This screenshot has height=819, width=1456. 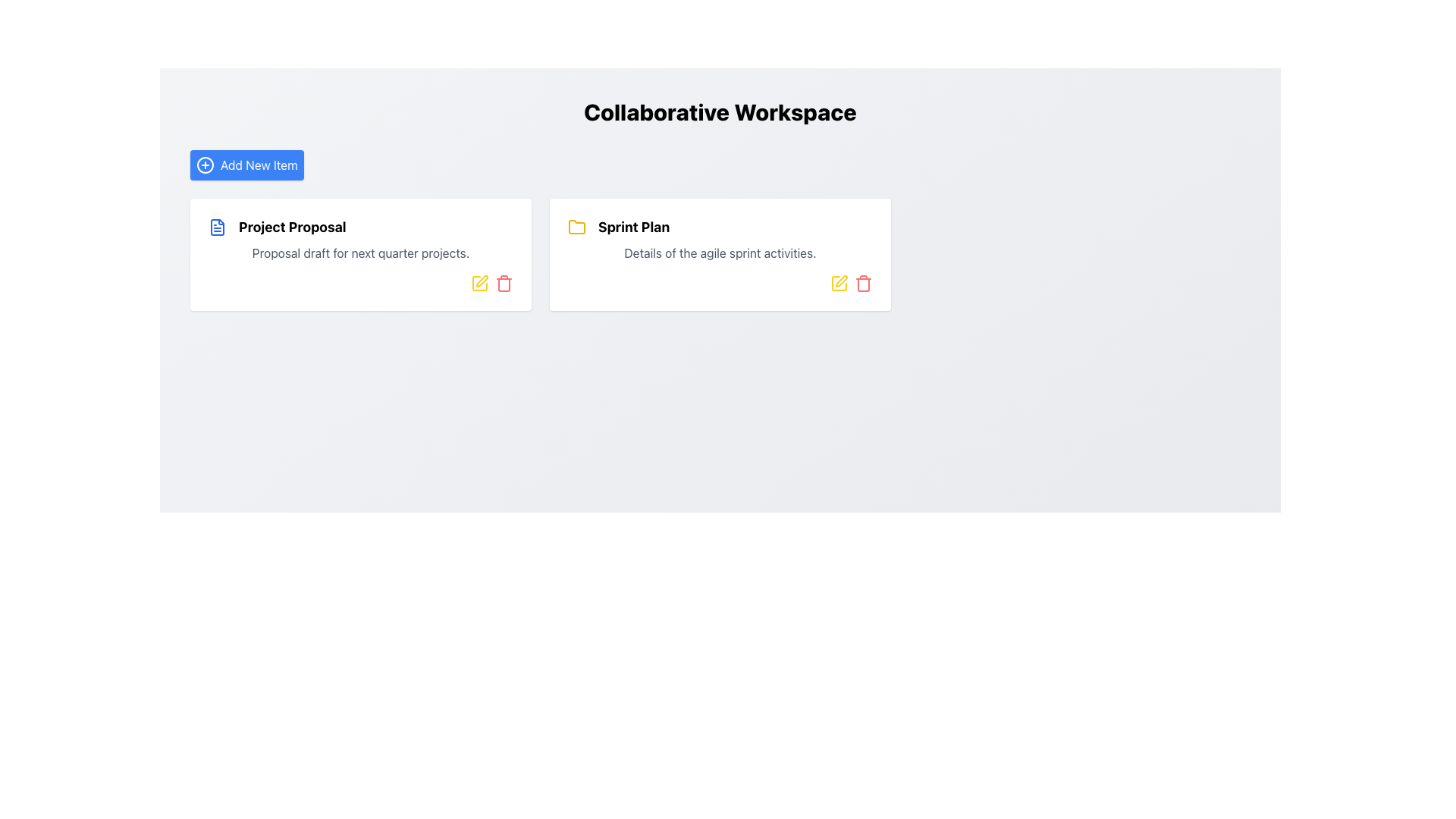 I want to click on the small red trash bin icon located at the bottom right of the 'Project Proposal' card, so click(x=504, y=284).